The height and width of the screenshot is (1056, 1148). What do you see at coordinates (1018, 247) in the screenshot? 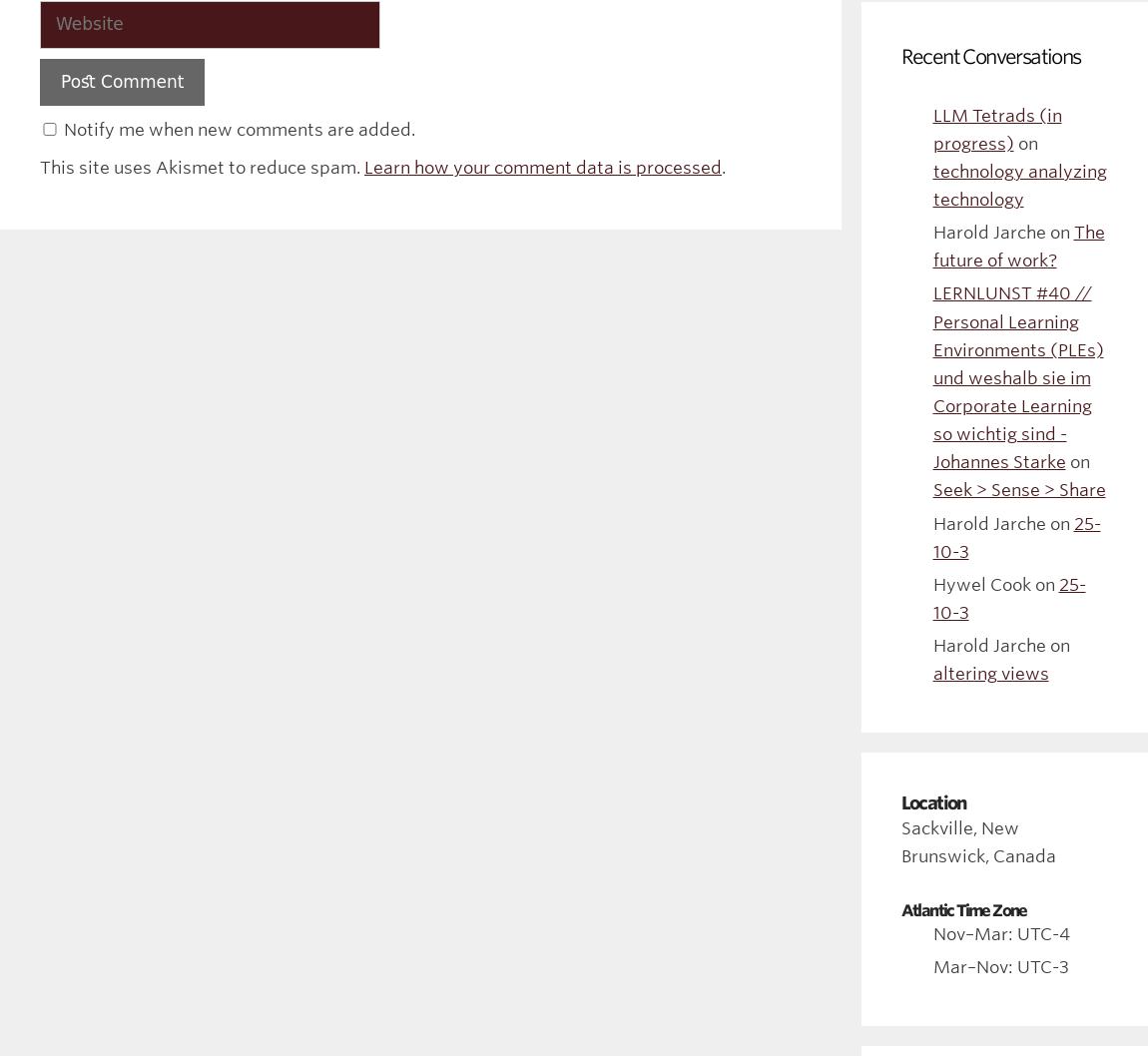
I see `'The future of work?'` at bounding box center [1018, 247].